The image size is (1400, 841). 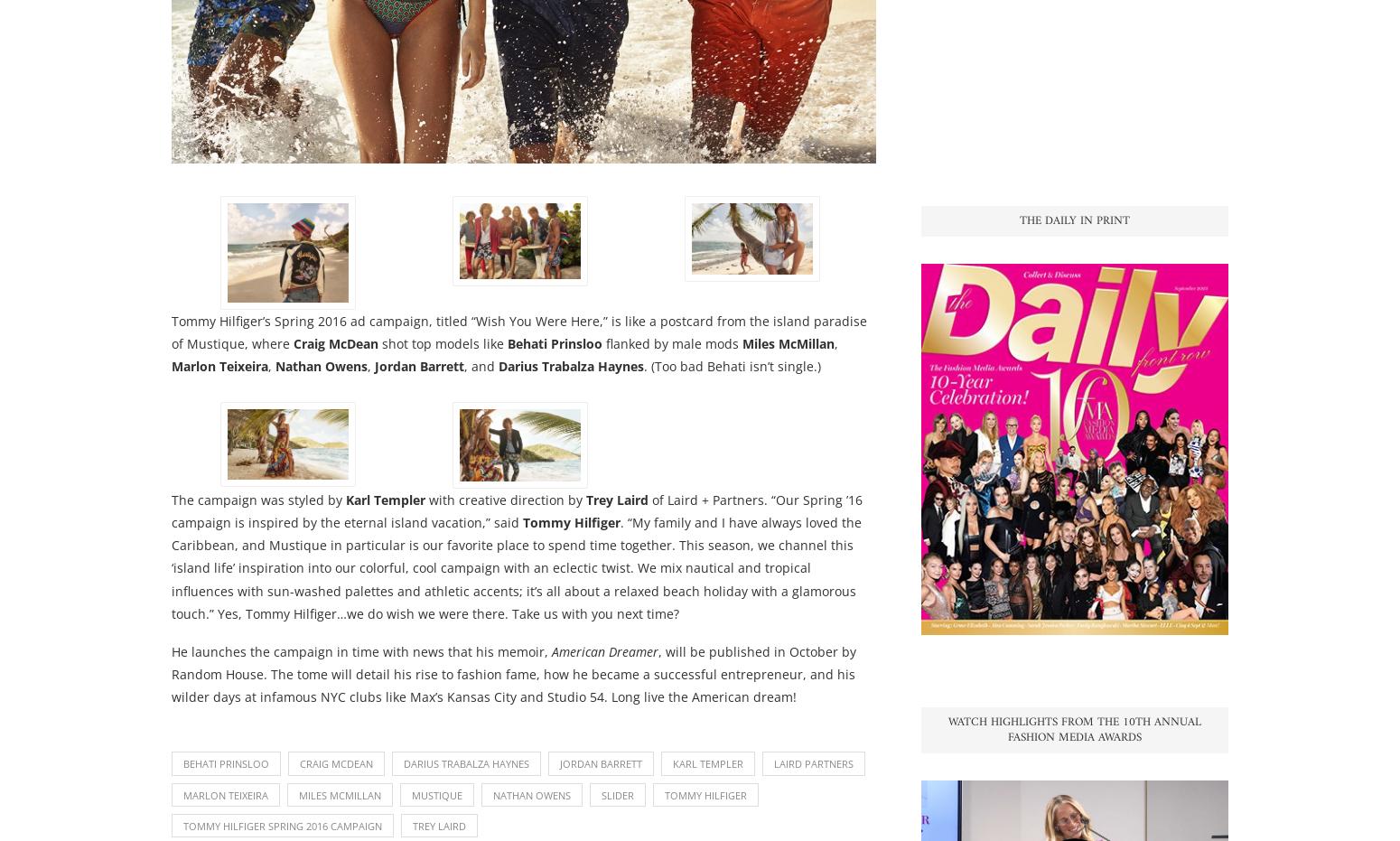 What do you see at coordinates (506, 498) in the screenshot?
I see `'with creative direction by'` at bounding box center [506, 498].